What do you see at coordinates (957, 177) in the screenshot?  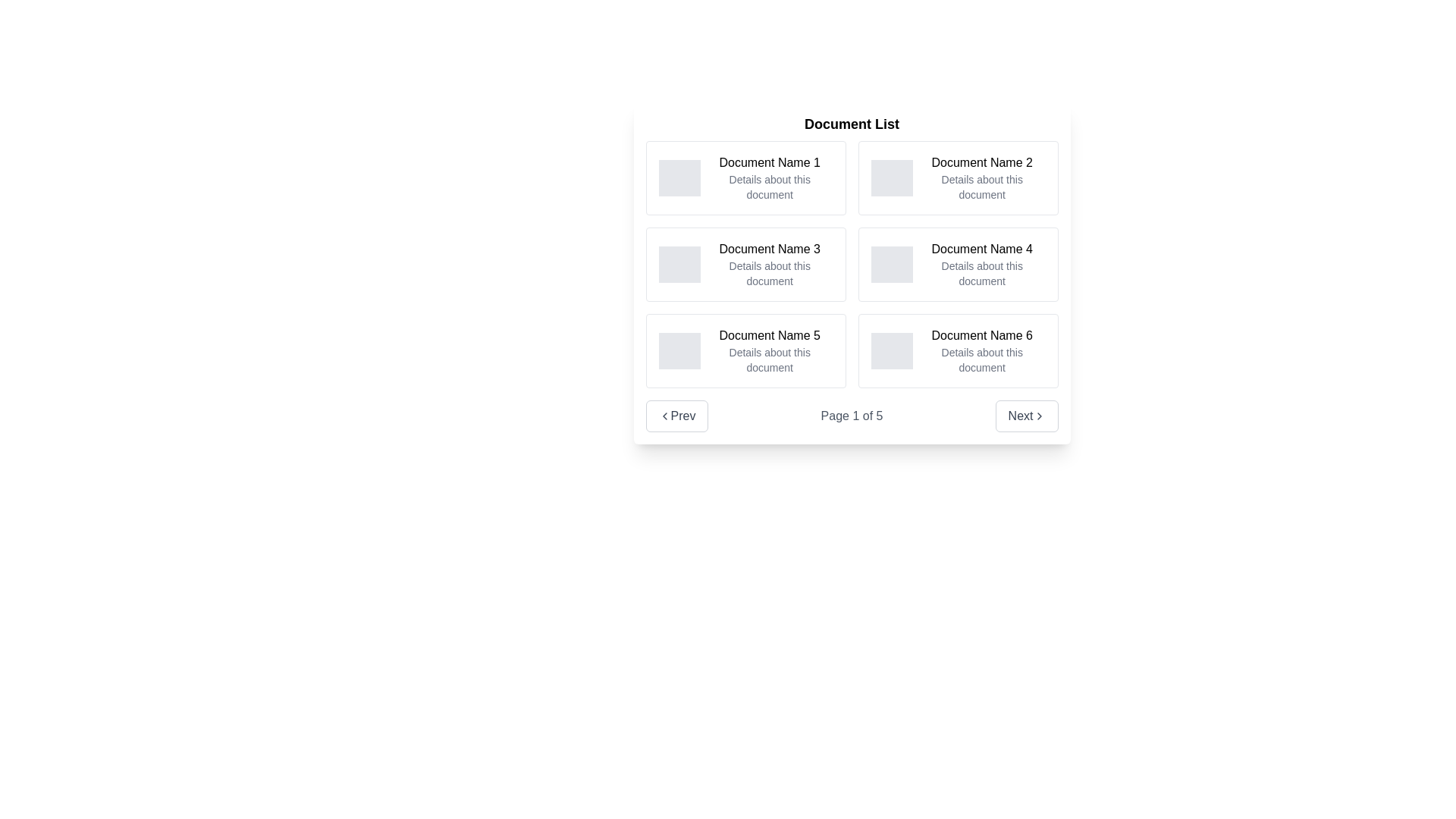 I see `the second card-like clickable area in the 'Document List'` at bounding box center [957, 177].